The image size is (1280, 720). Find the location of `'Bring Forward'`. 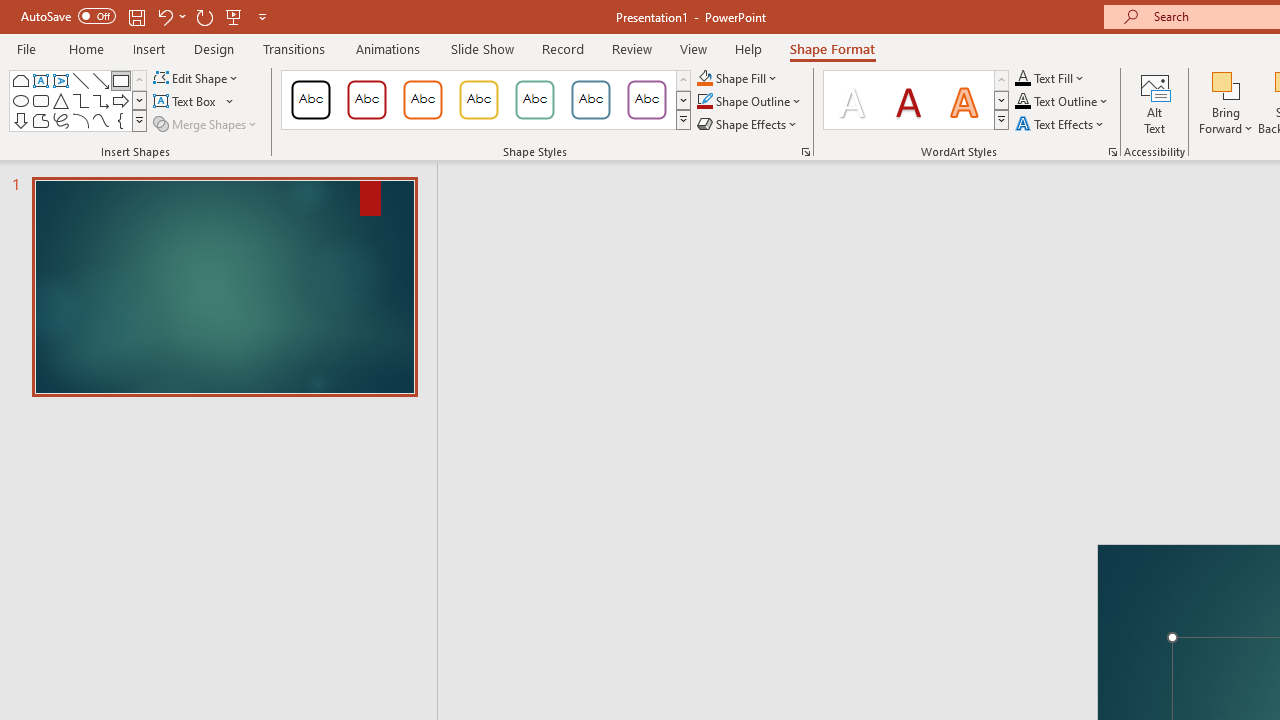

'Bring Forward' is located at coordinates (1225, 84).